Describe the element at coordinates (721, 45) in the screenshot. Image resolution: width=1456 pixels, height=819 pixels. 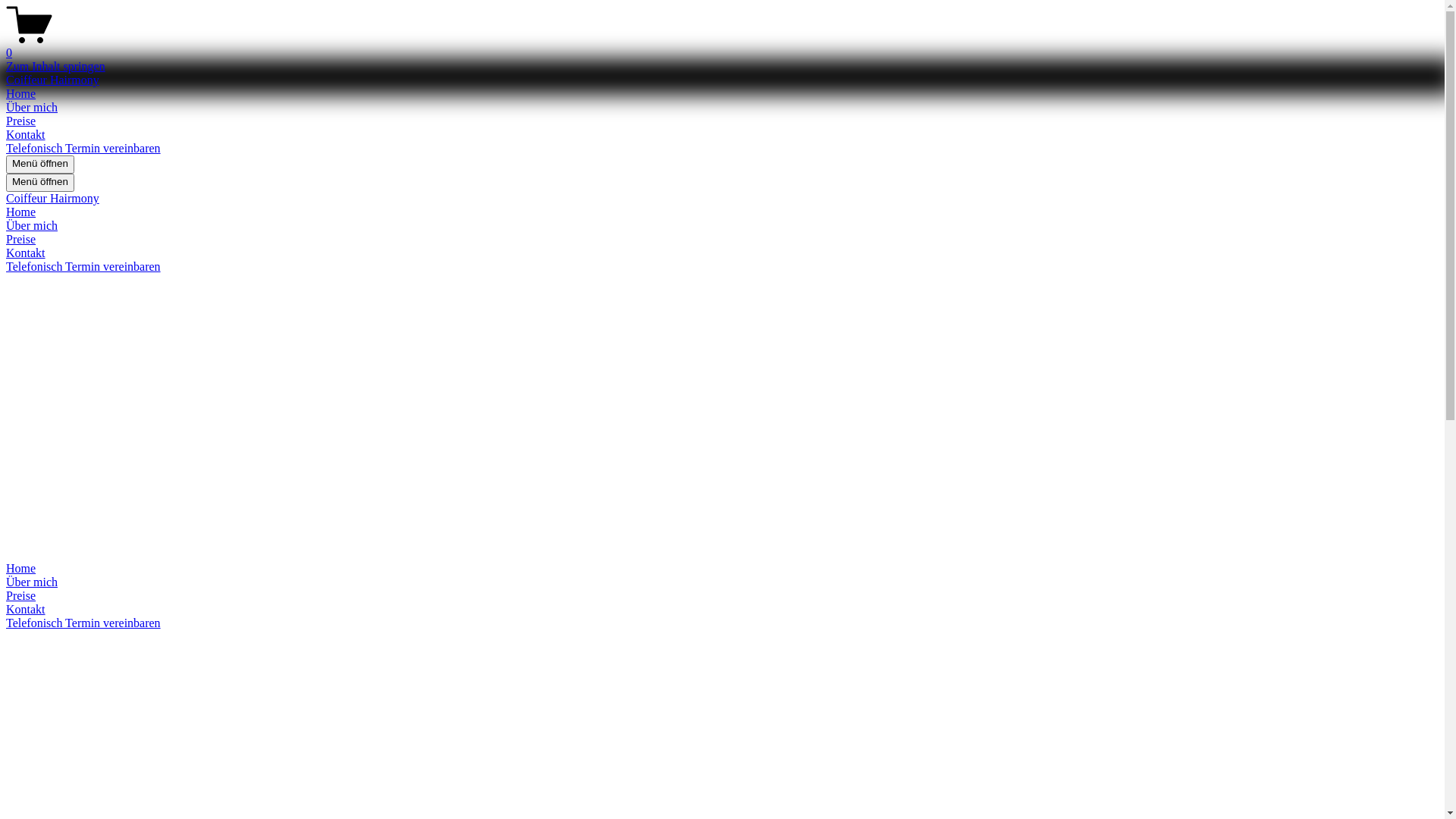
I see `'0'` at that location.